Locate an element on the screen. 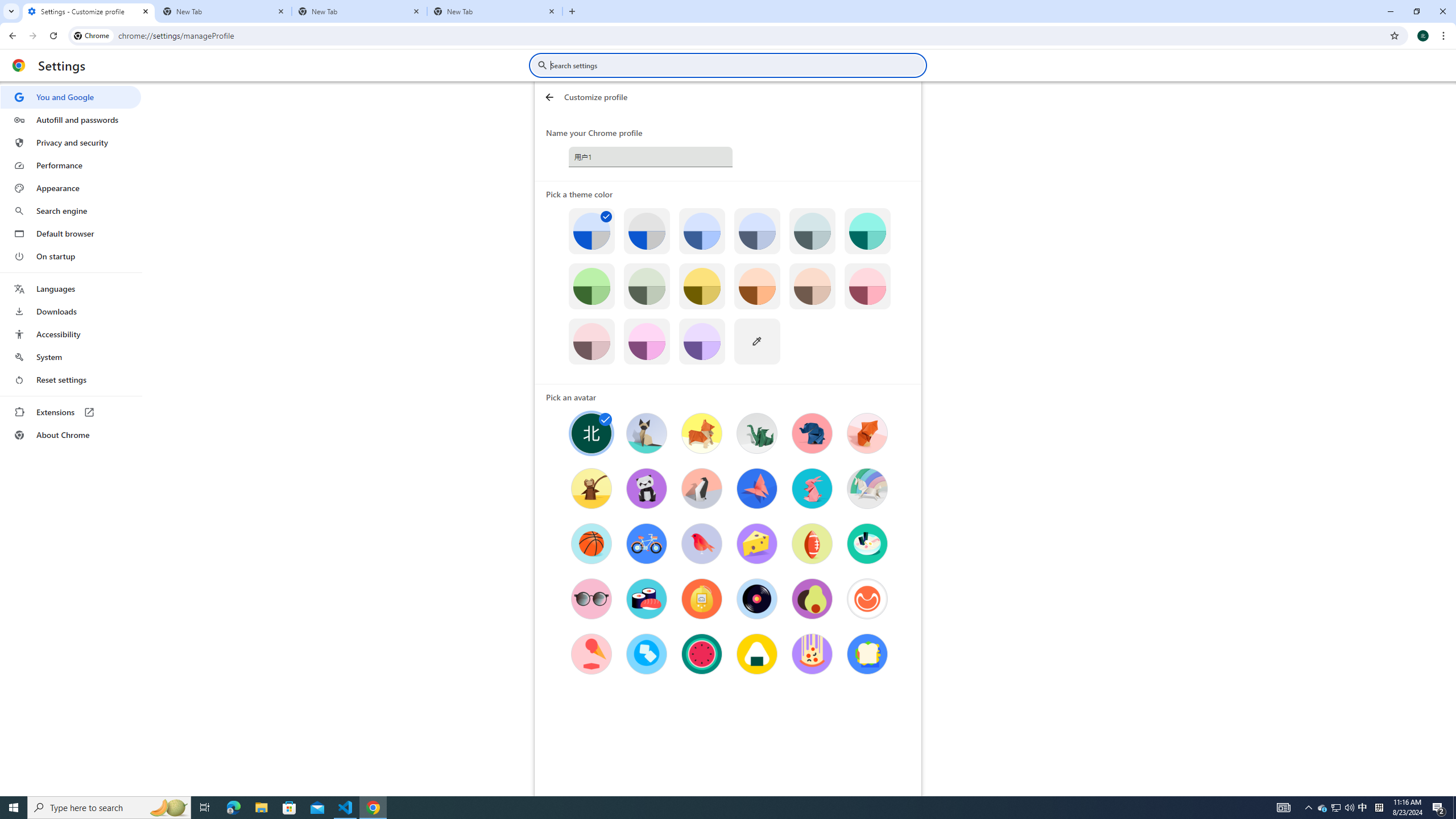  'Reset settings' is located at coordinates (70, 379).